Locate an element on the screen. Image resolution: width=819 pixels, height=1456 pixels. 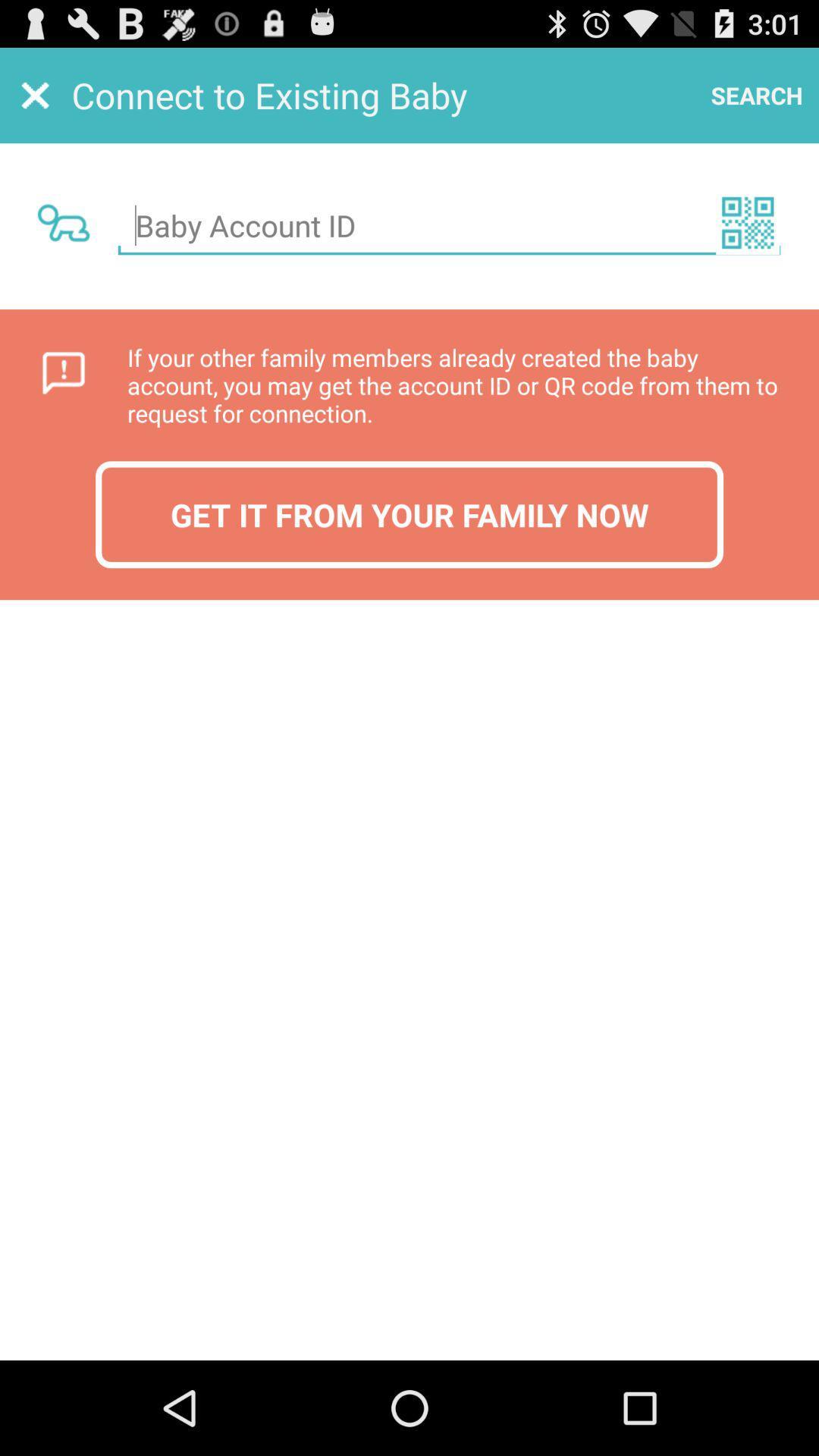
icon to the right of the connect to existing item is located at coordinates (757, 94).